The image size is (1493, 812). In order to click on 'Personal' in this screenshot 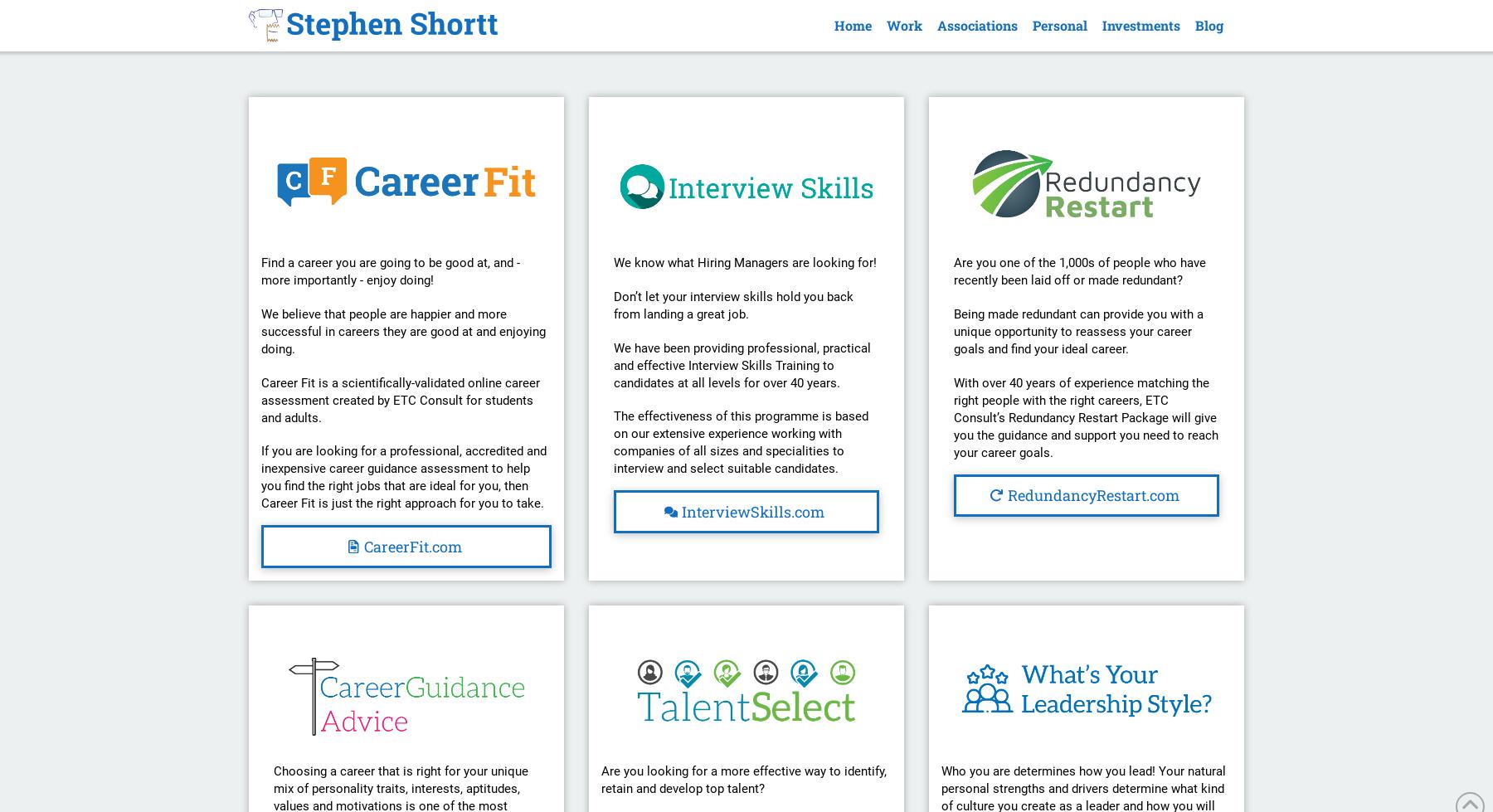, I will do `click(1058, 25)`.